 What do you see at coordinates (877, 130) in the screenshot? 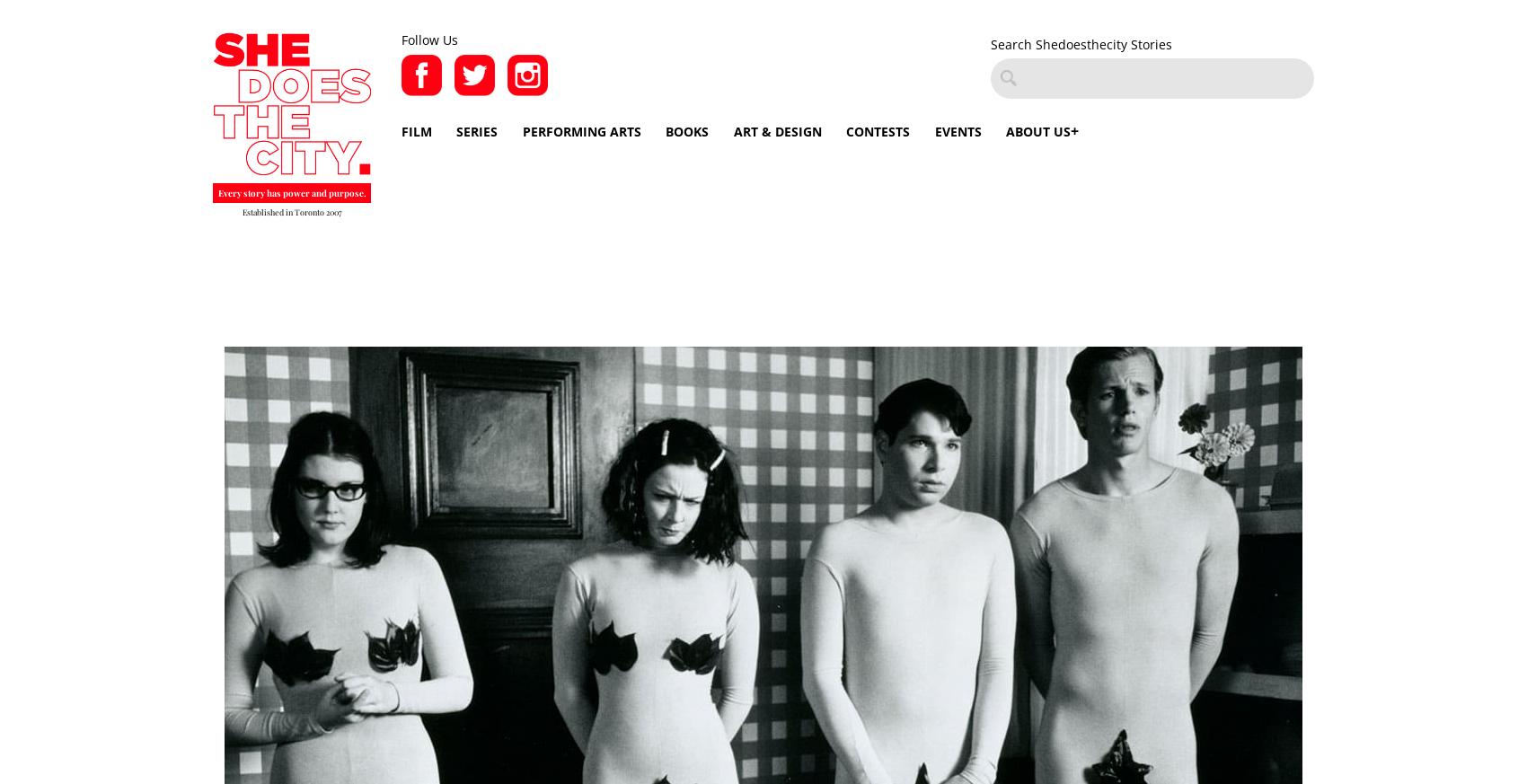
I see `'Contests'` at bounding box center [877, 130].